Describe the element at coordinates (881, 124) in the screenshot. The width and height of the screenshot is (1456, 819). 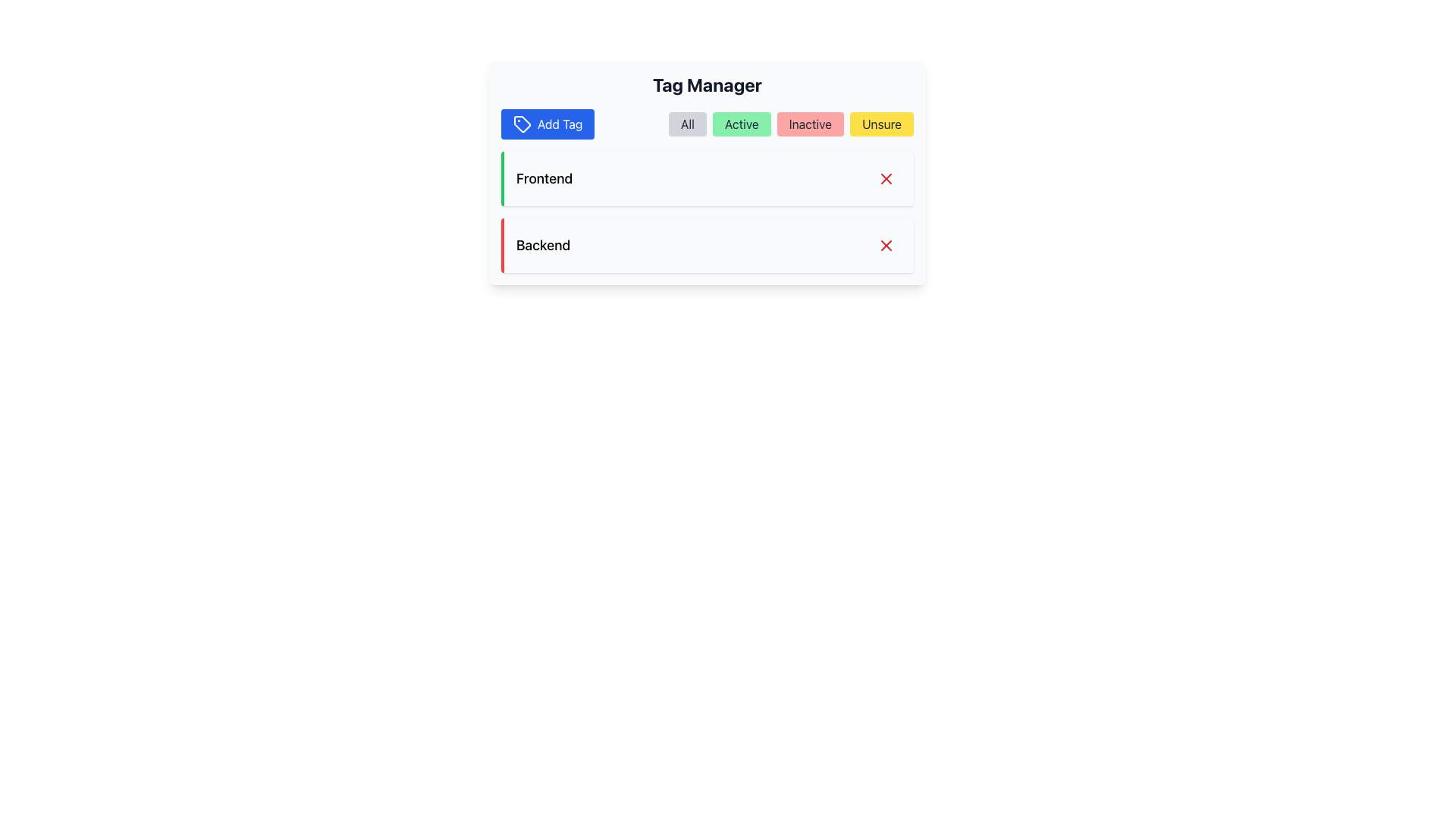
I see `the 'Unsure' toggle button, which is a rectangular button with a bright yellow background and dark gray text, located in the top-right corner of the 'Tag Manager' toolbar` at that location.